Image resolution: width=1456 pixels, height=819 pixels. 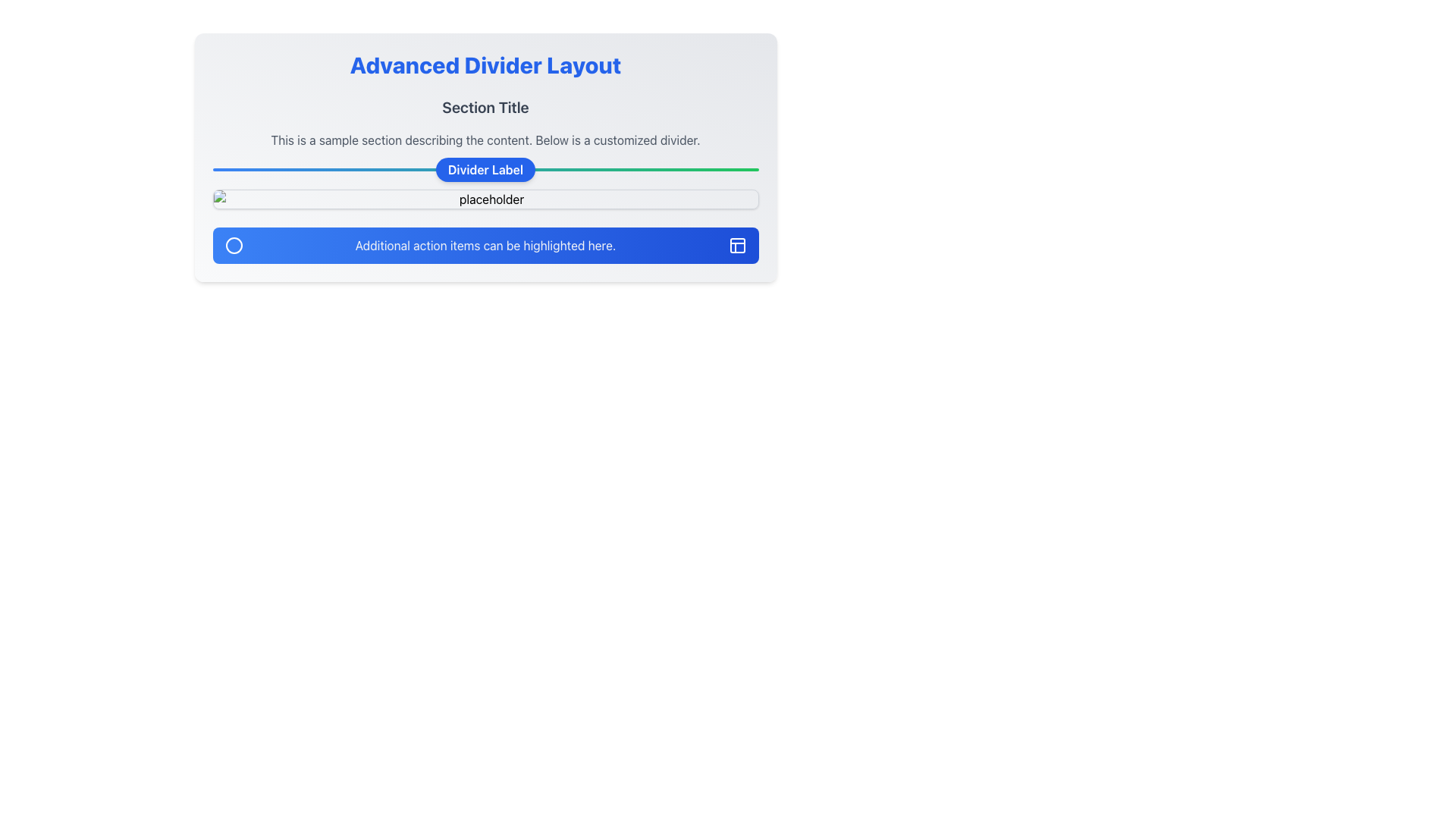 I want to click on the small white icon located in the bottom-right corner of the blue rectangular section labeled 'Additional action items can be highlighted here', so click(x=737, y=245).